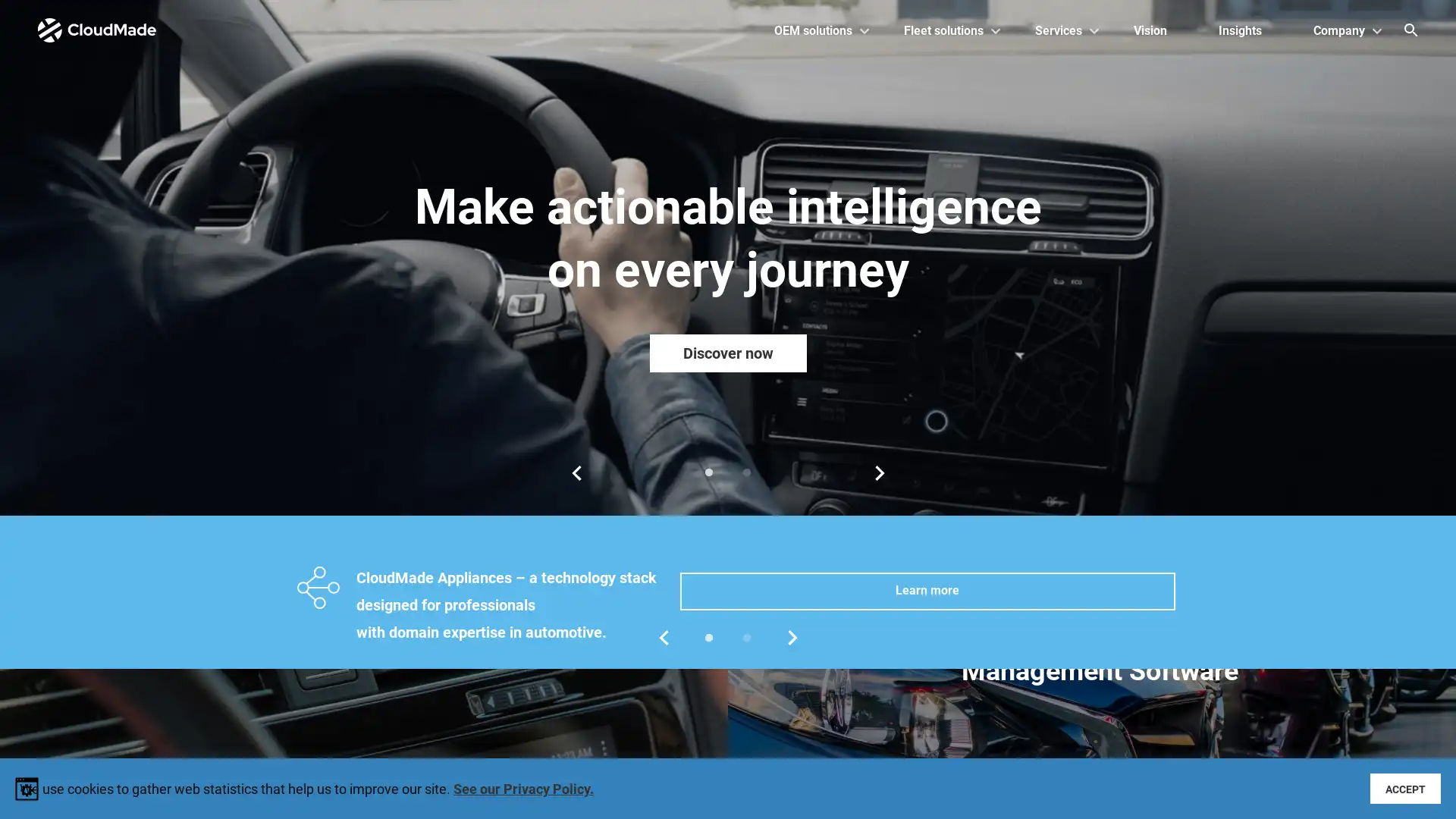 This screenshot has height=819, width=1456. Describe the element at coordinates (792, 637) in the screenshot. I see `Next` at that location.